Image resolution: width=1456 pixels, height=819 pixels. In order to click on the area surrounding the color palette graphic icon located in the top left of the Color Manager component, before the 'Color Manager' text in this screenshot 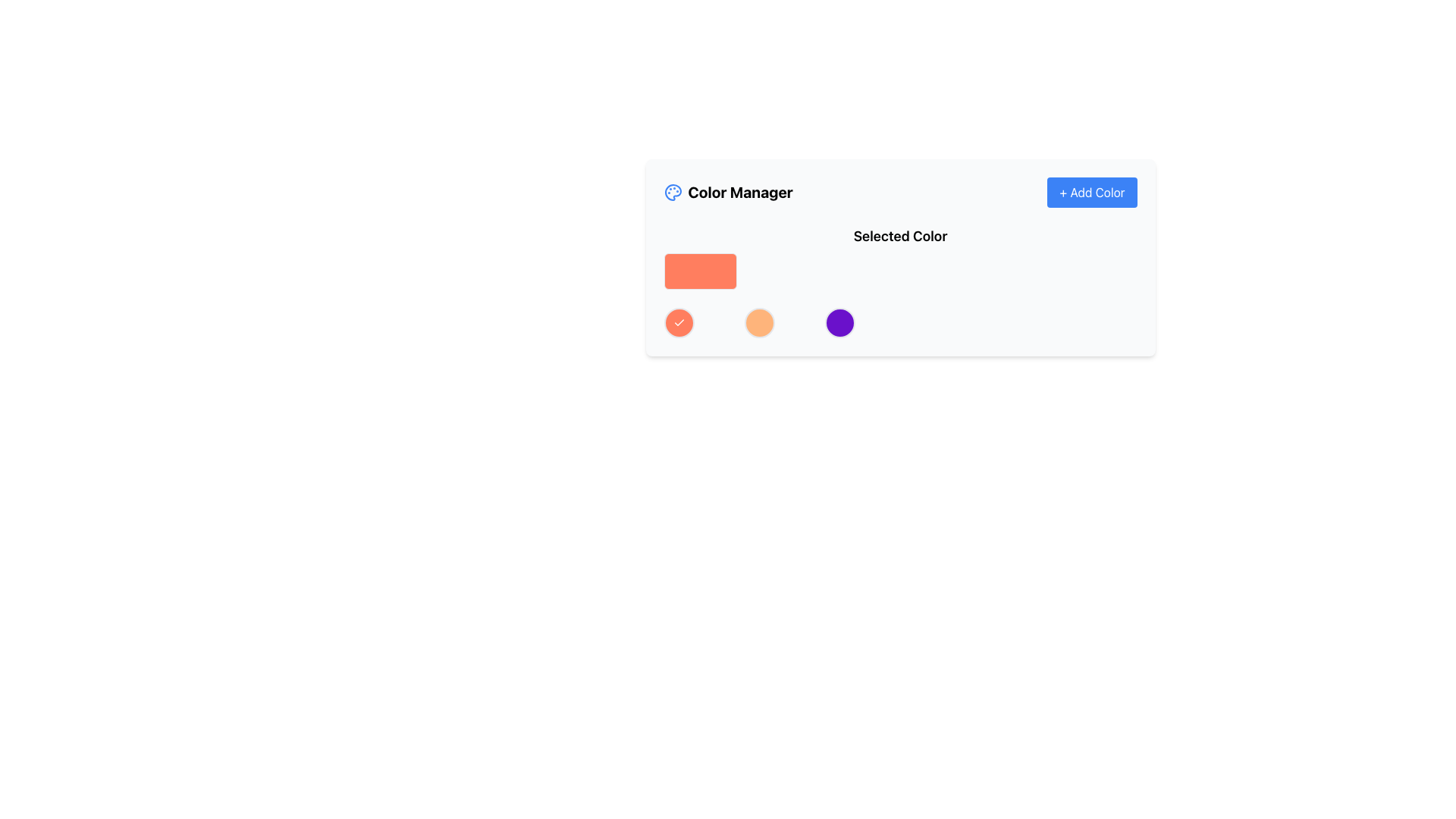, I will do `click(672, 192)`.